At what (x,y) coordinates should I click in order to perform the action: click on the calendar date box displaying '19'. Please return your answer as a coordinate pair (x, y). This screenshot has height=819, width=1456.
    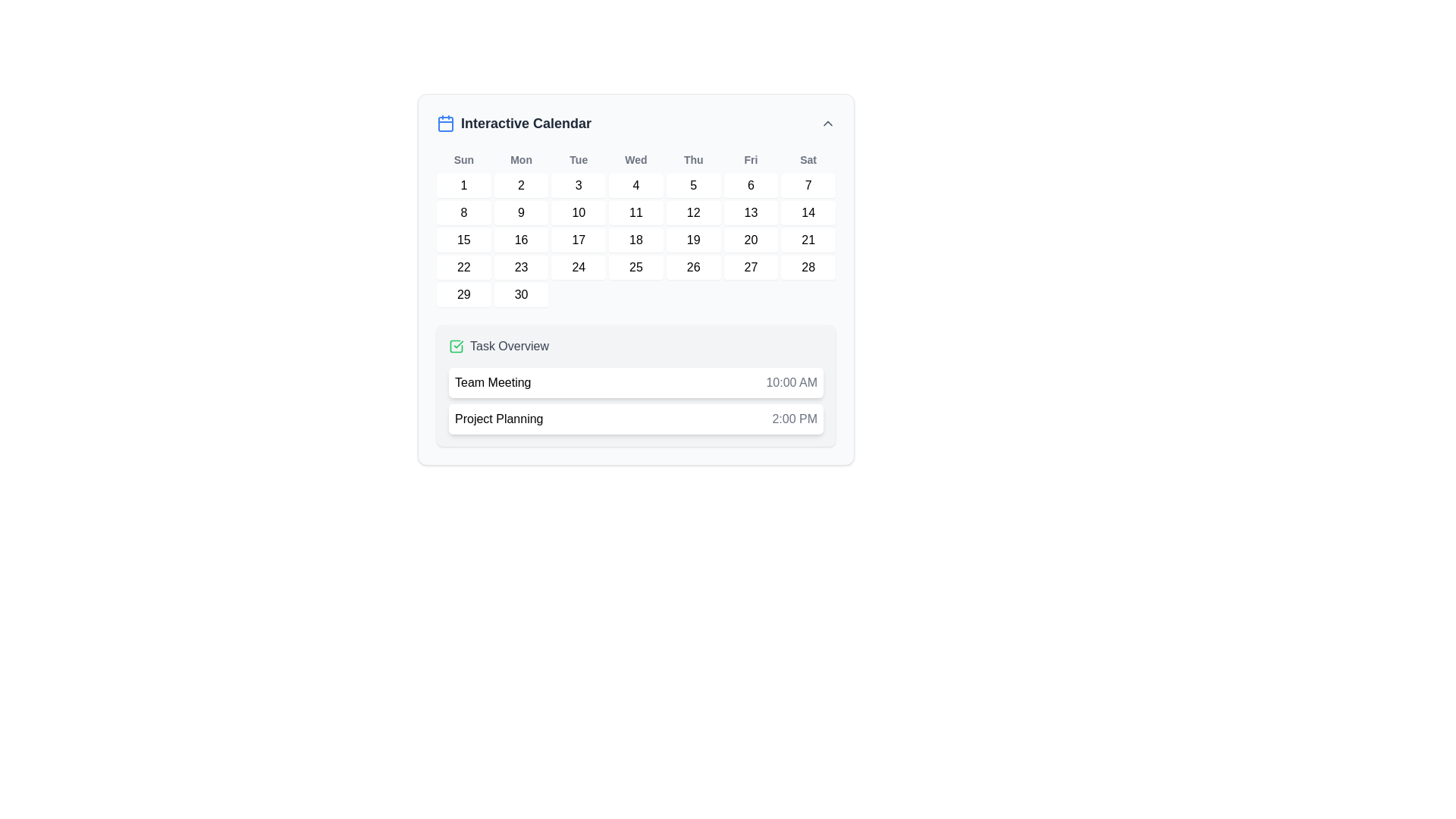
    Looking at the image, I should click on (692, 239).